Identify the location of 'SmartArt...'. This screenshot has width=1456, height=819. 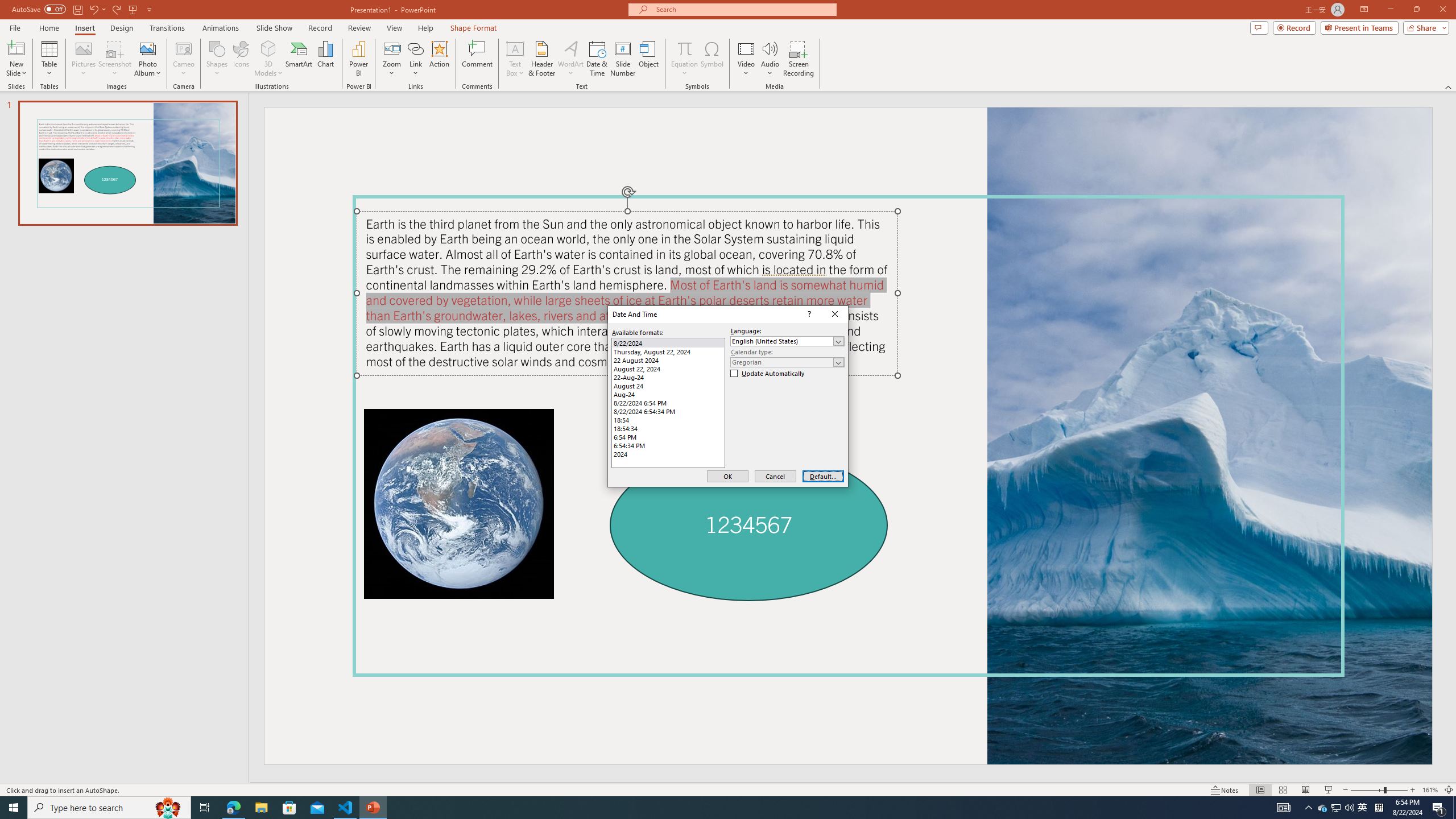
(299, 59).